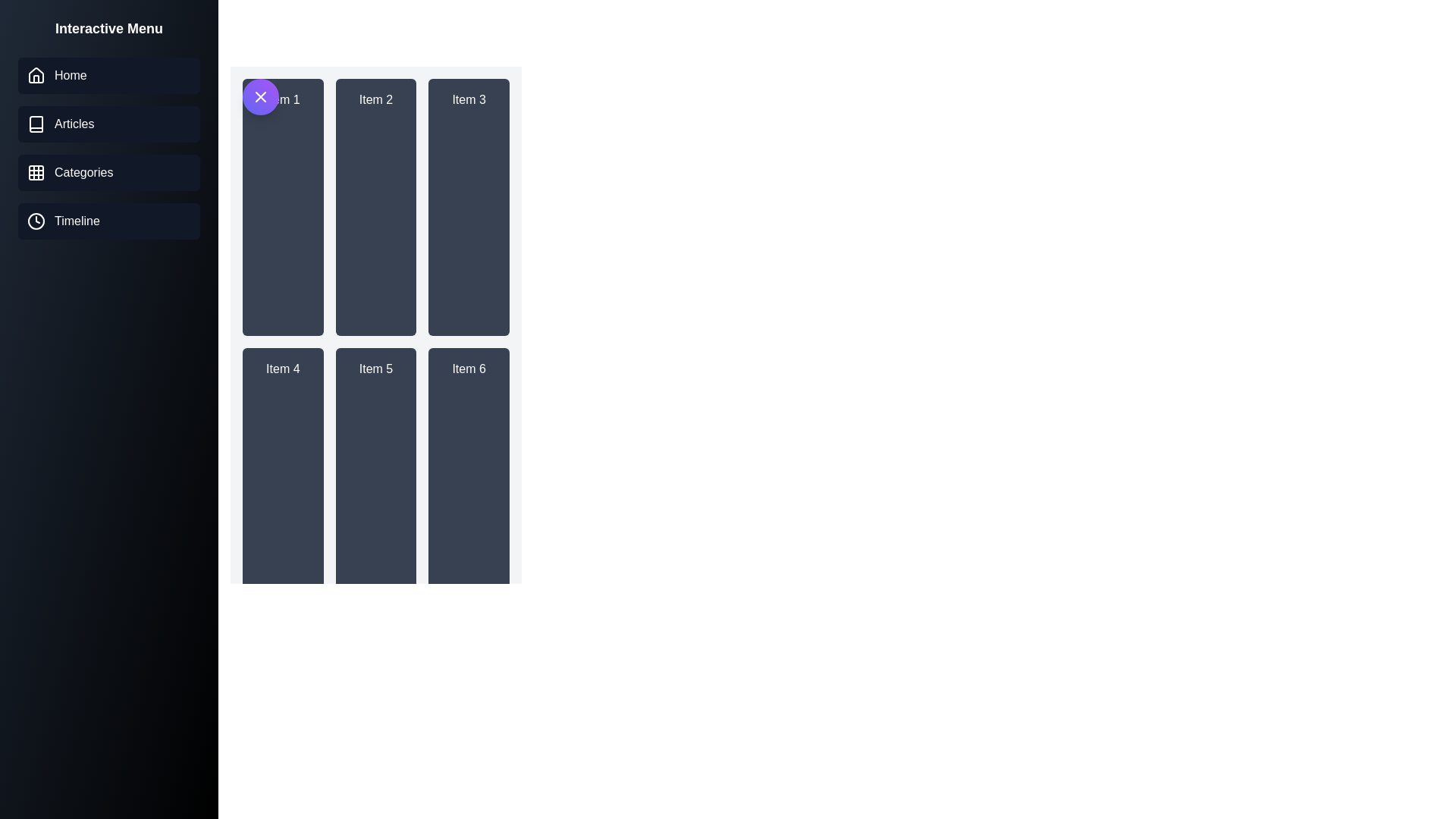 The height and width of the screenshot is (819, 1456). I want to click on the Home menu item in the menu, so click(108, 76).